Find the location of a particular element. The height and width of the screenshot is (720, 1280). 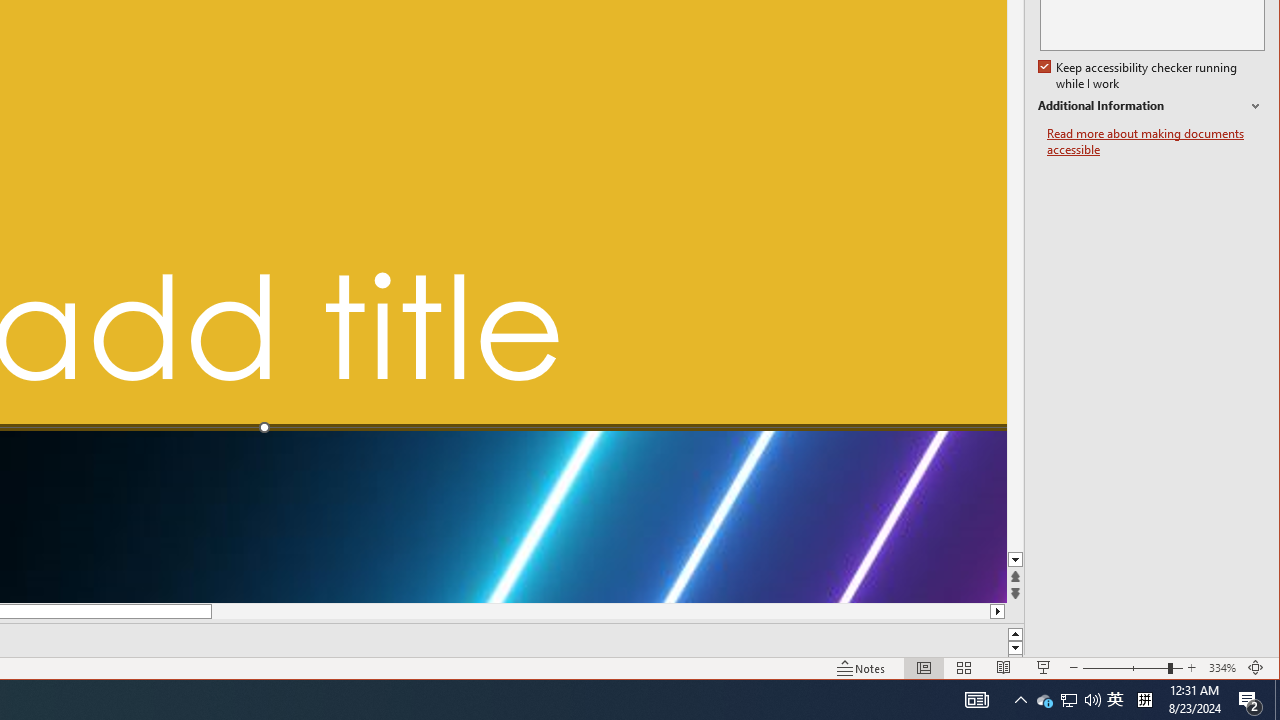

'Line down' is located at coordinates (1015, 560).